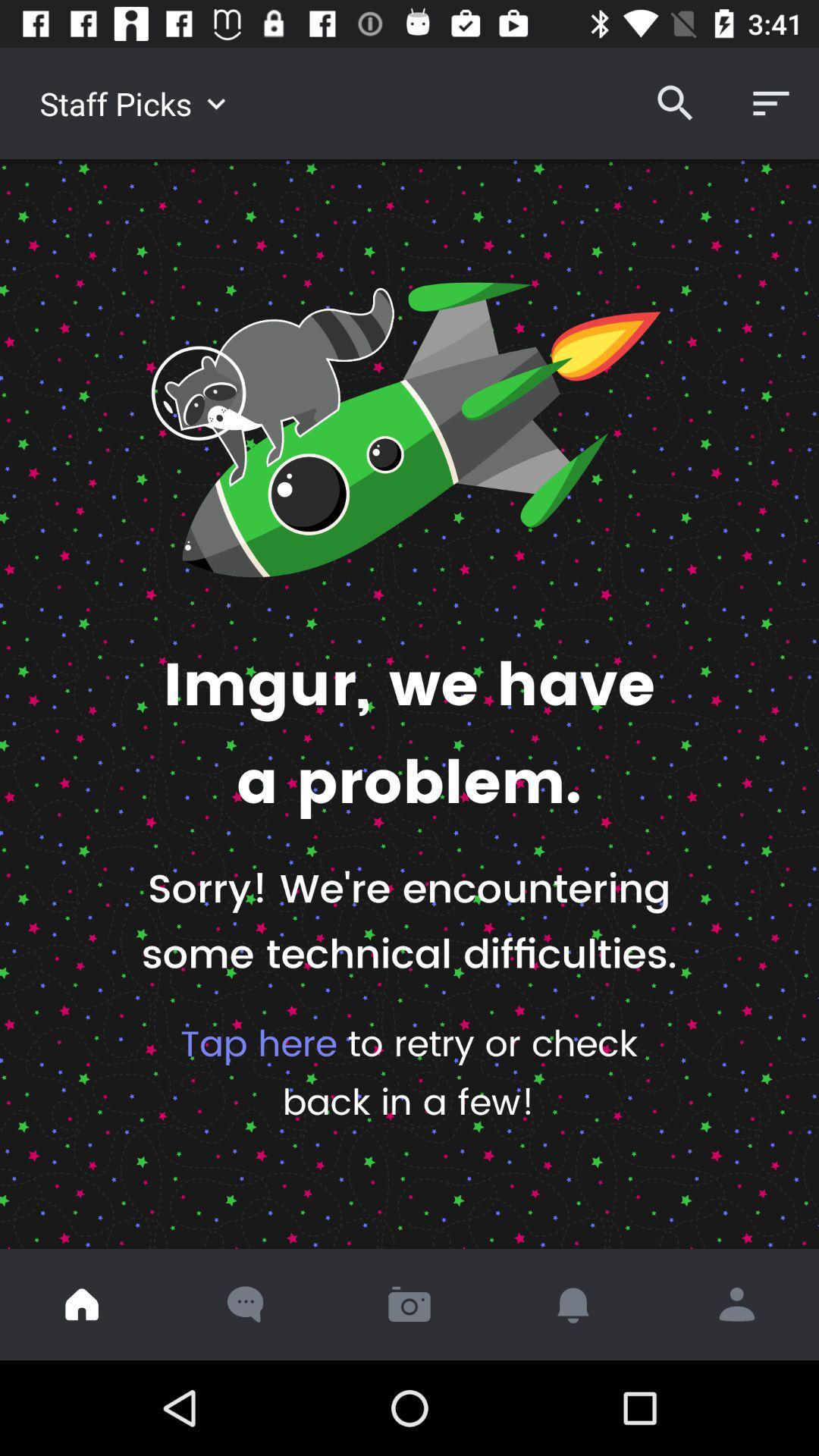 This screenshot has height=1456, width=819. What do you see at coordinates (82, 1304) in the screenshot?
I see `item below the tap here to` at bounding box center [82, 1304].